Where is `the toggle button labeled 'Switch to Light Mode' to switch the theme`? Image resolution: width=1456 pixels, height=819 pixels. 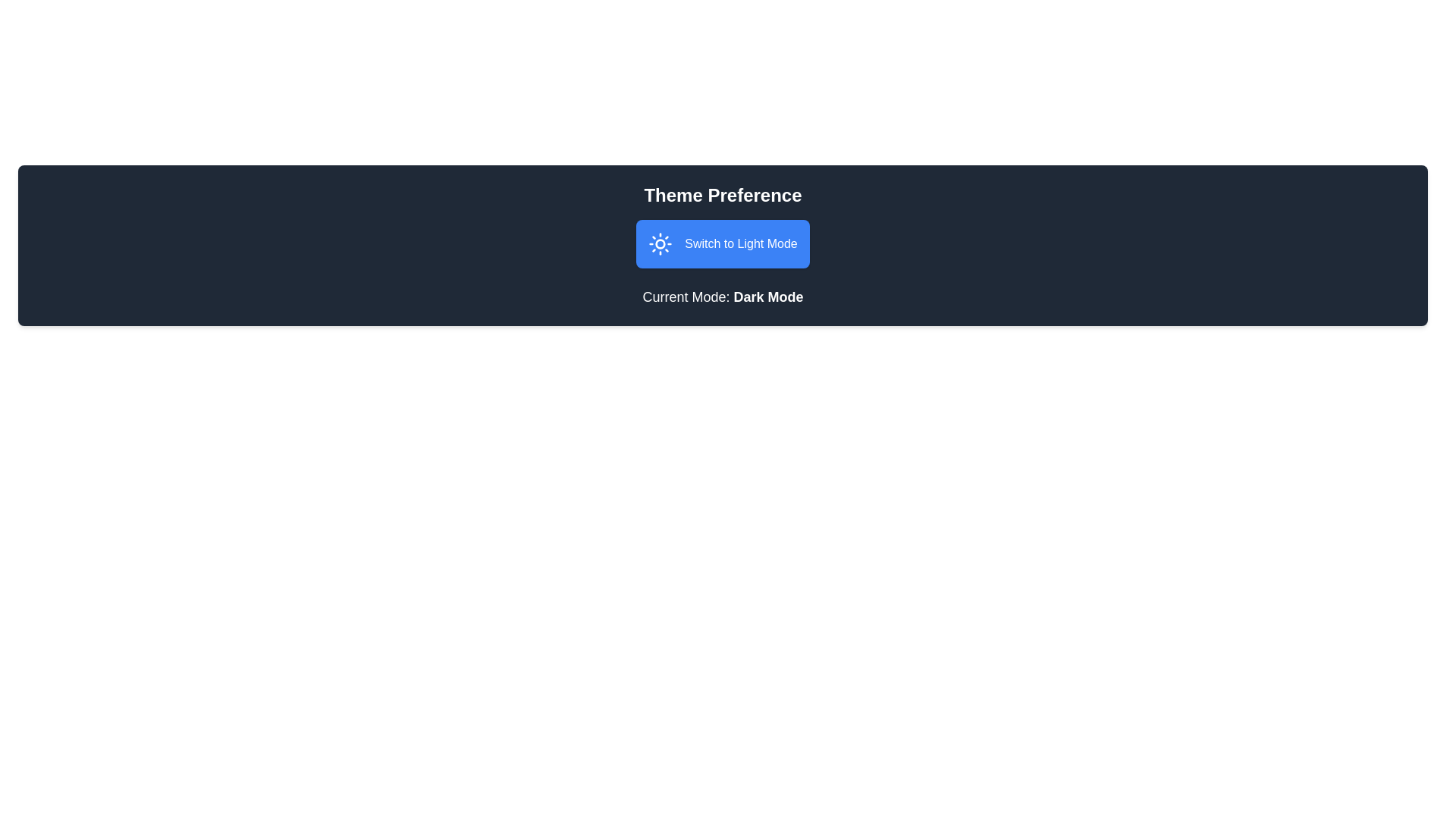 the toggle button labeled 'Switch to Light Mode' to switch the theme is located at coordinates (722, 243).